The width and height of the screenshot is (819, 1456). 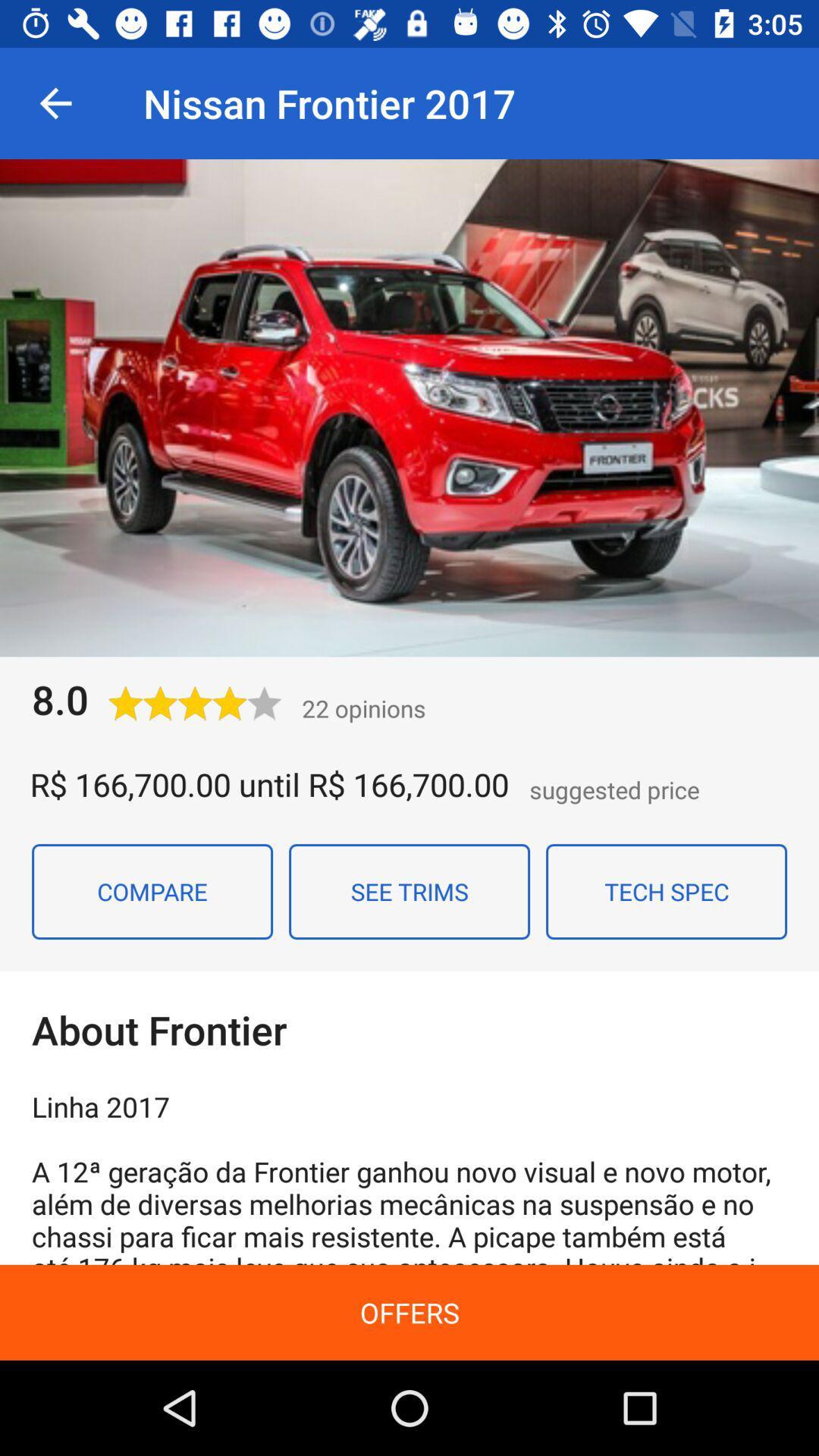 I want to click on the icon below the linha 2017 a icon, so click(x=409, y=1312).